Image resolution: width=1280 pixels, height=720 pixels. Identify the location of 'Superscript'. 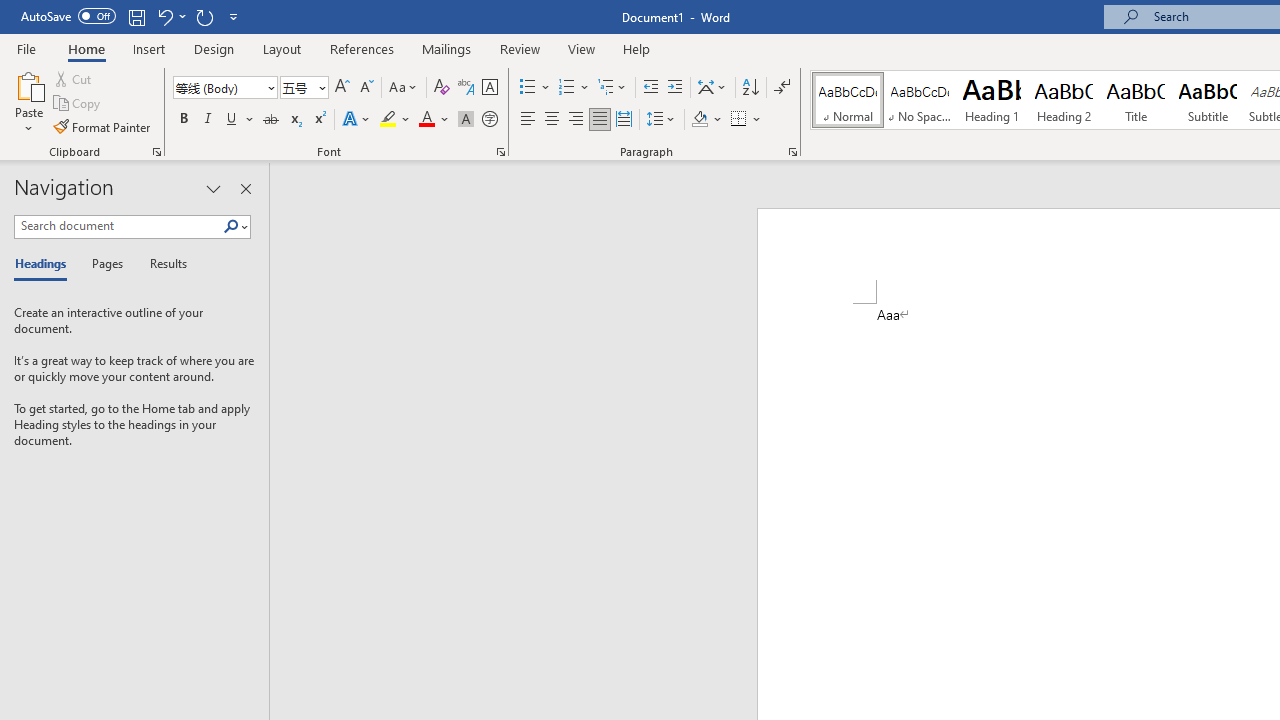
(318, 119).